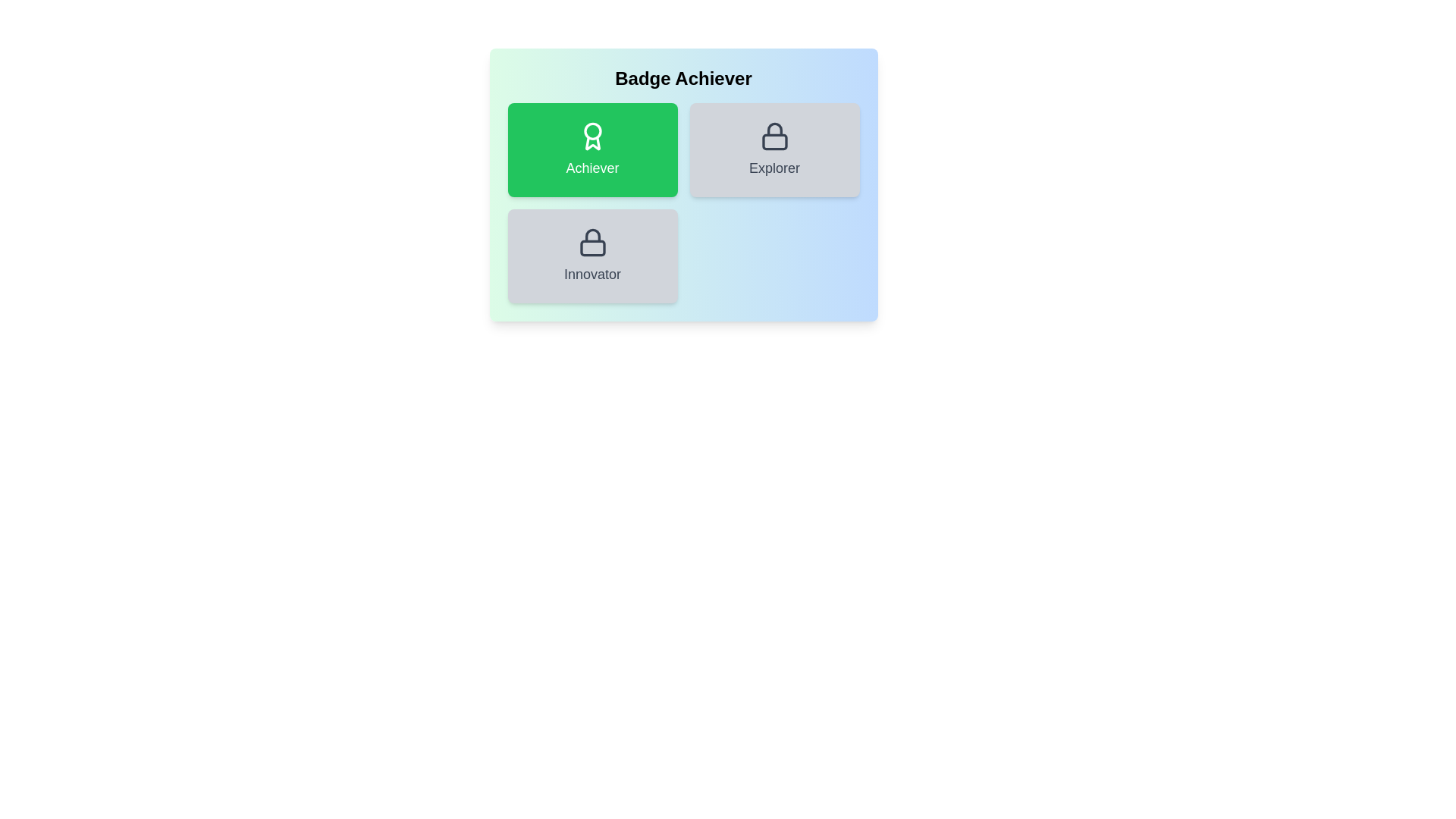  Describe the element at coordinates (591, 149) in the screenshot. I see `the 'Achiever' badge to inspect its details` at that location.